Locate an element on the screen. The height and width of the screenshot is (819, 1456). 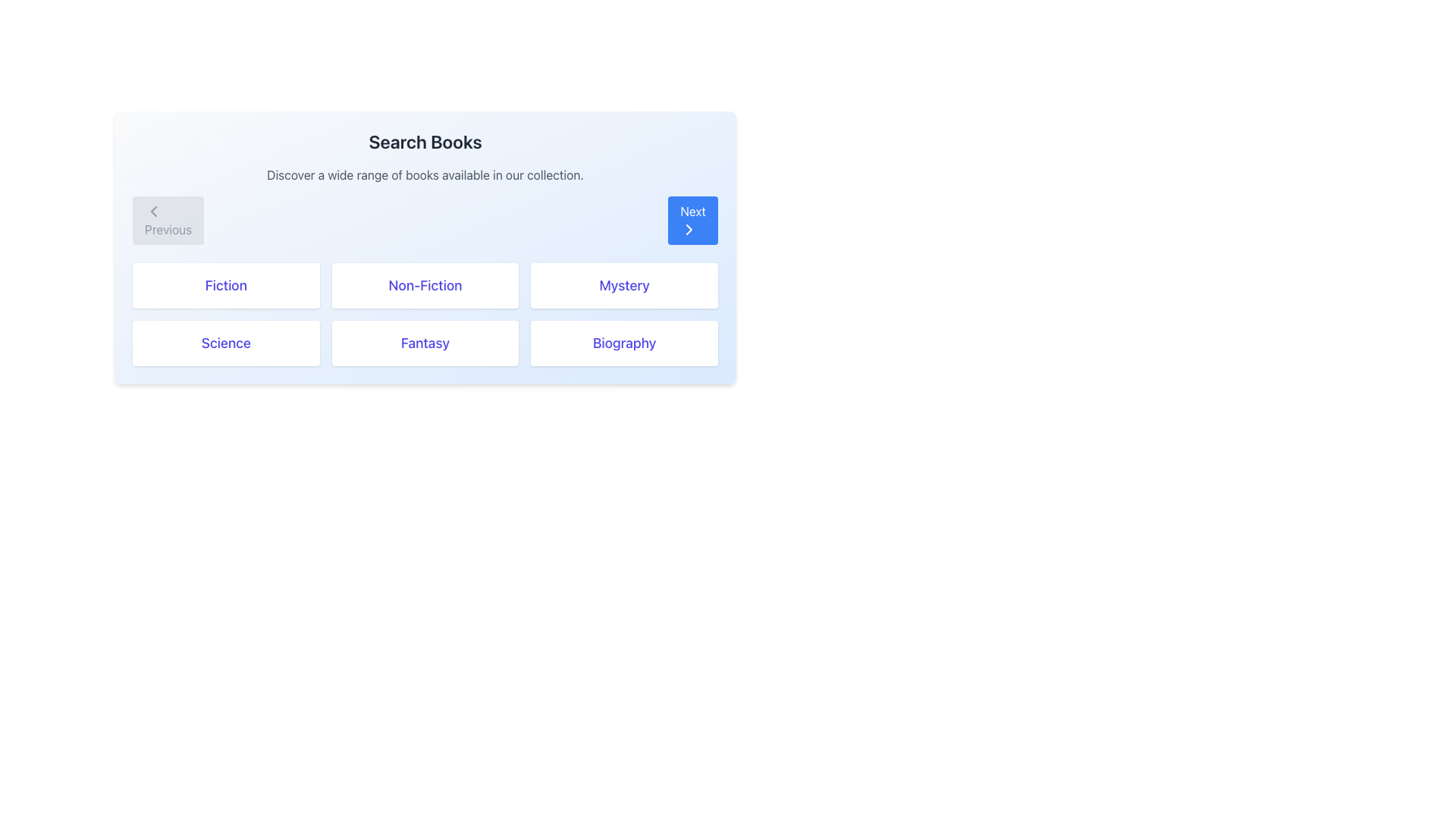
the 'Mystery' button, which is the third button in the first row of a 3x2 grid layout is located at coordinates (624, 286).